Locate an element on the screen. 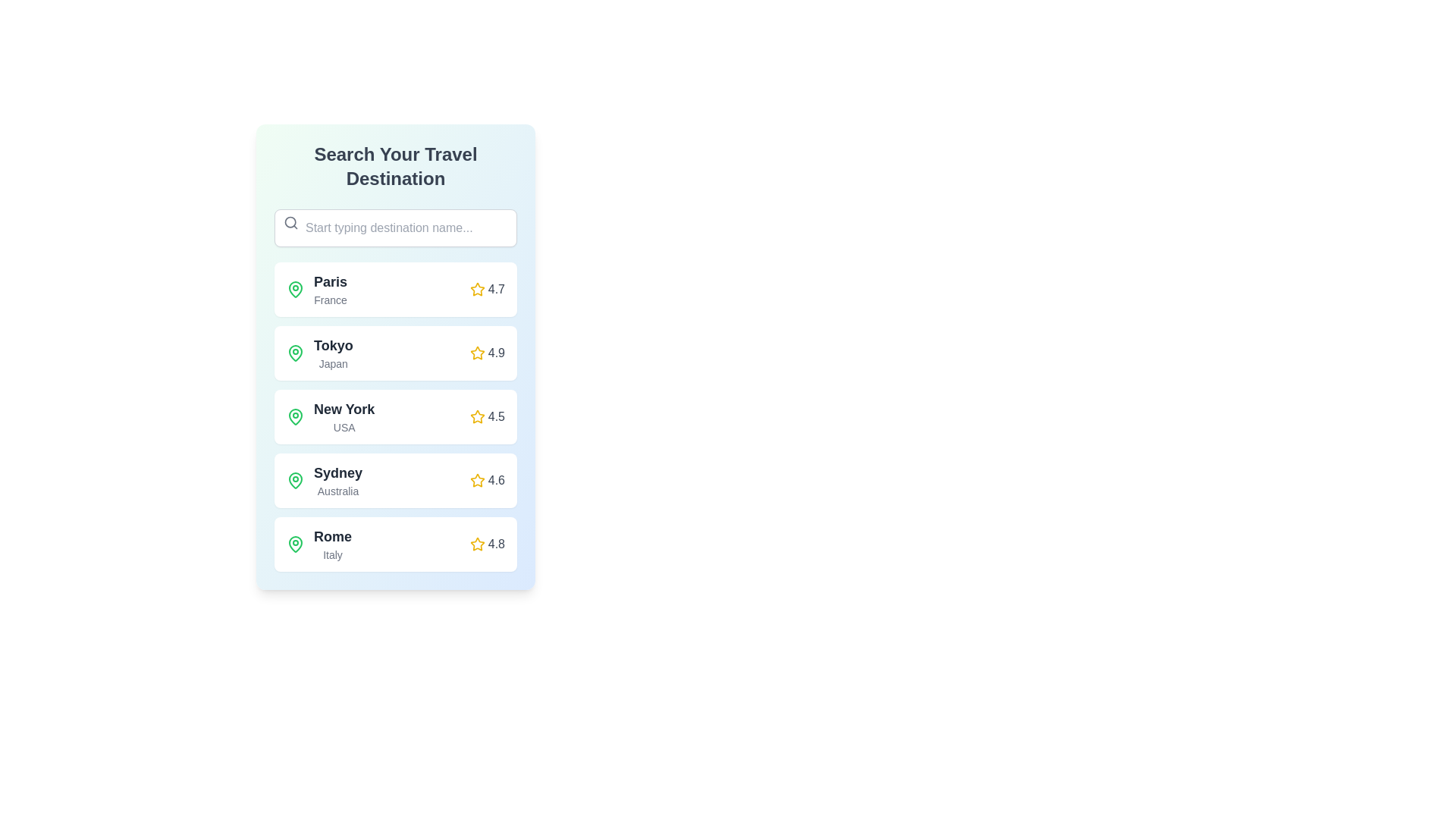  the green map pin icon located to the left of the 'Tokyo' list entry in the travel destinations list is located at coordinates (295, 353).